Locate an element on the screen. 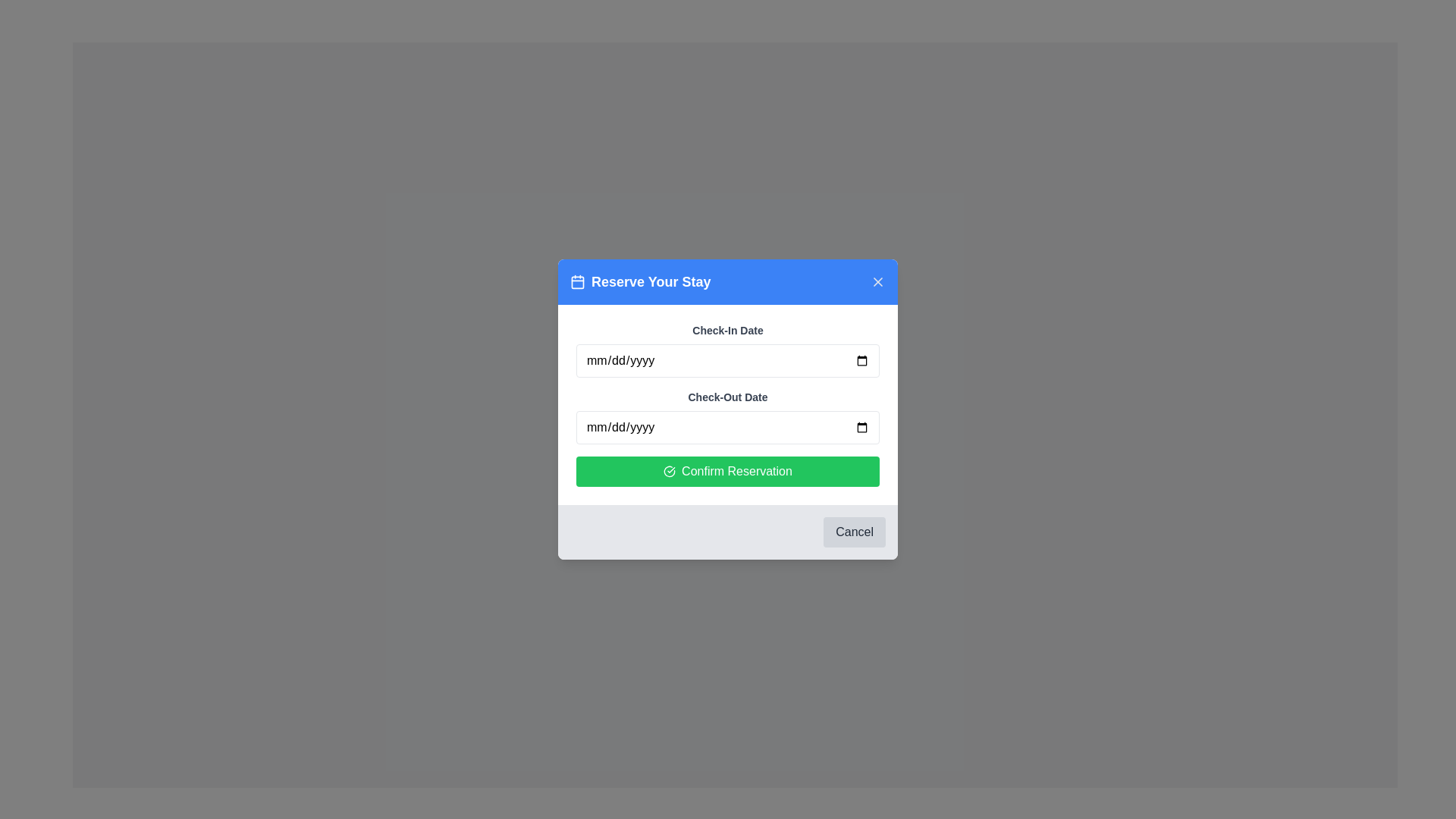 The width and height of the screenshot is (1456, 819). the small square button resembling a close or cancel icon ('X') is located at coordinates (877, 281).